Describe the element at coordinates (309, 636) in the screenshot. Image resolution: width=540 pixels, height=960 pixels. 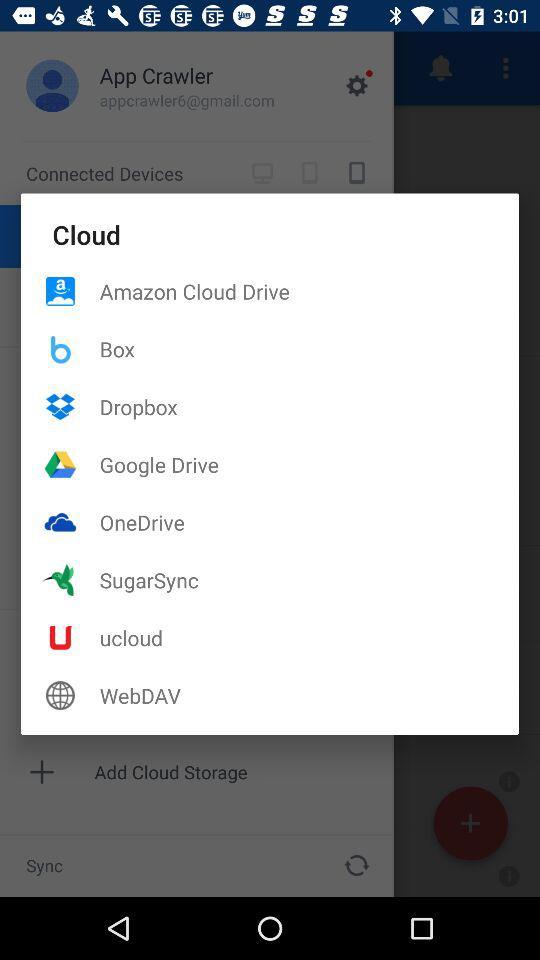
I see `the item above the webdav icon` at that location.